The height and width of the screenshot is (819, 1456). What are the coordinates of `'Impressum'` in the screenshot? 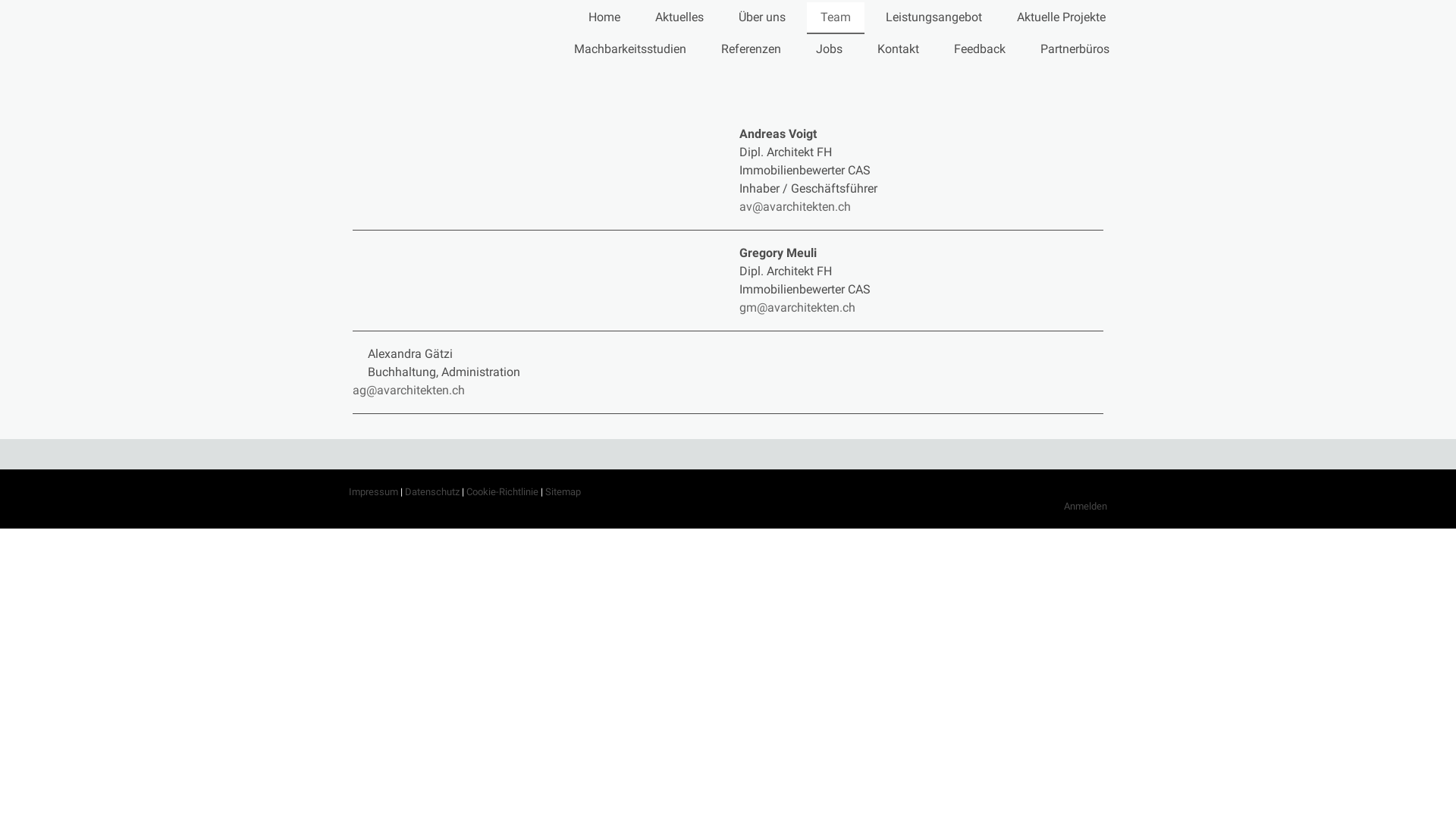 It's located at (348, 491).